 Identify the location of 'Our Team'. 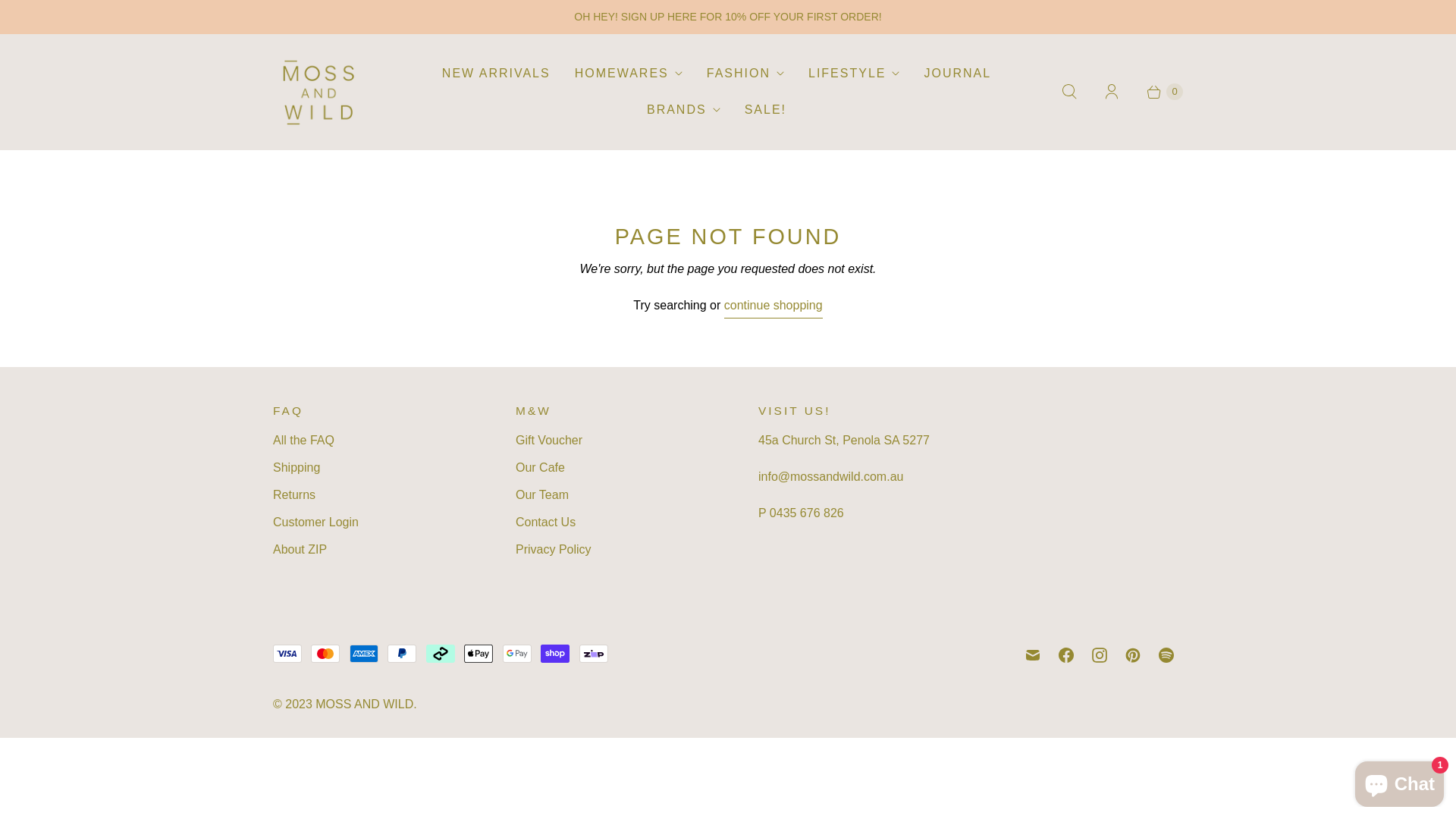
(542, 494).